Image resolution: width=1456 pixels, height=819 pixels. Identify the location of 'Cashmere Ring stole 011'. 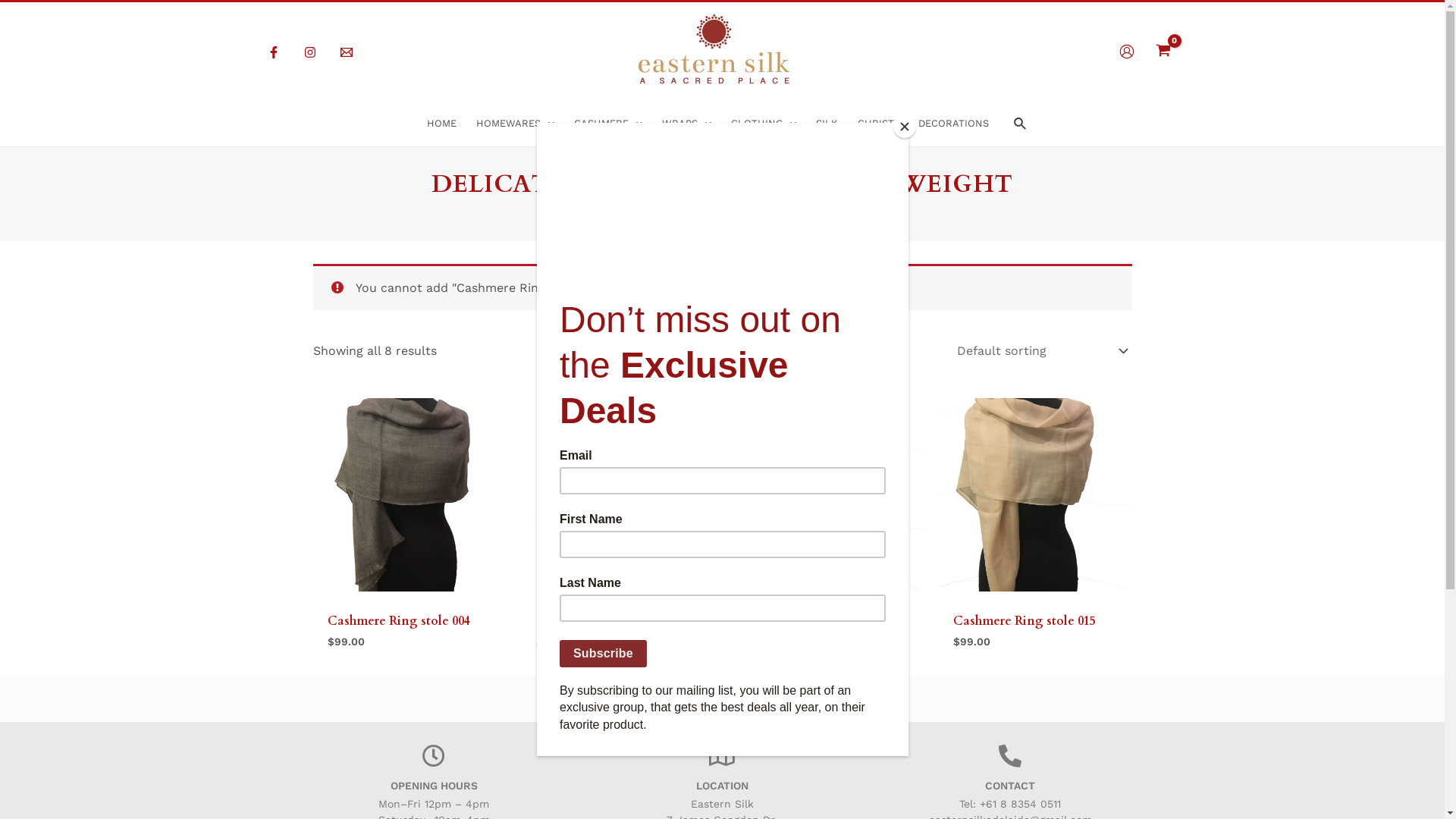
(745, 624).